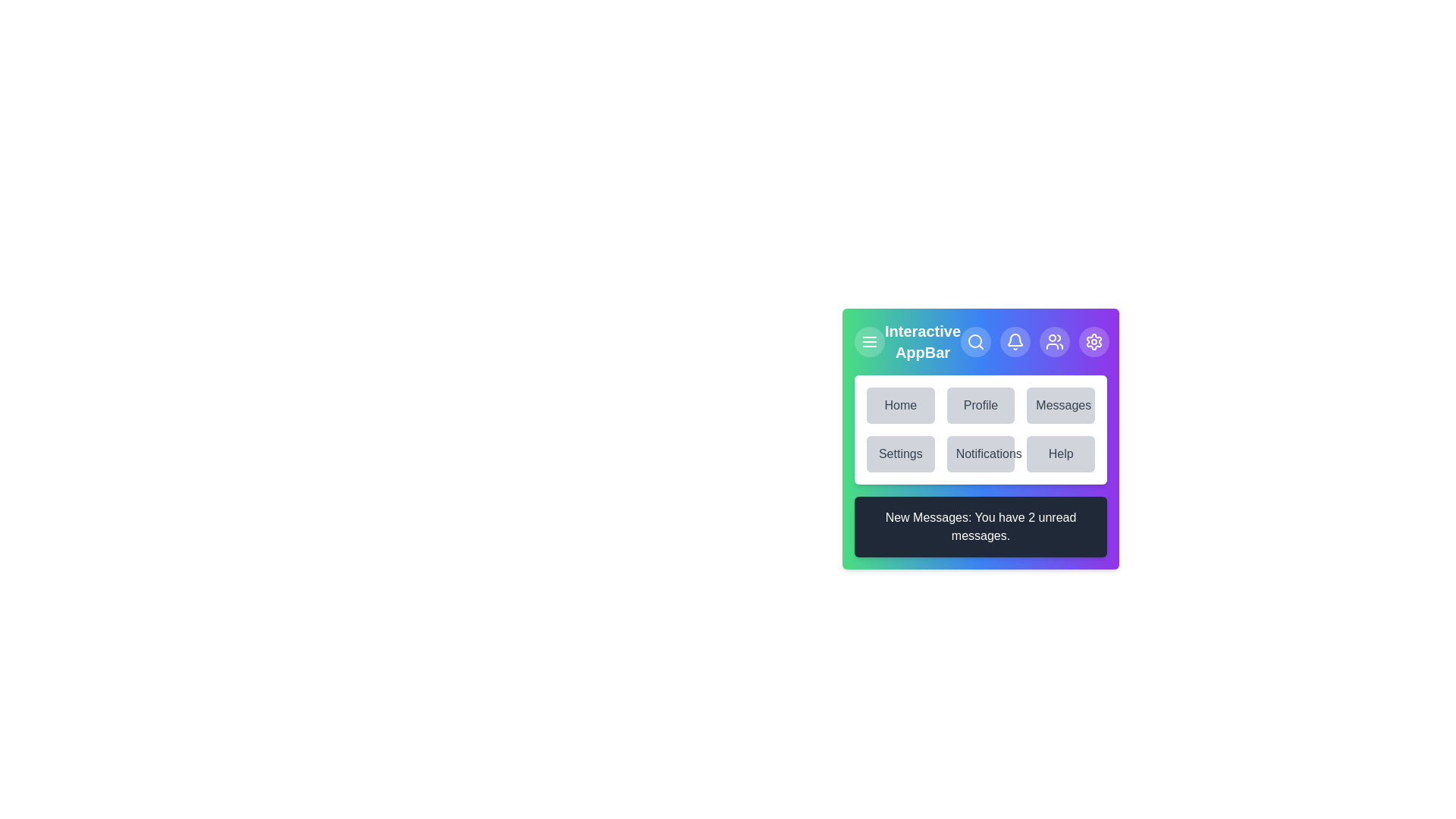 This screenshot has width=1456, height=819. Describe the element at coordinates (1094, 342) in the screenshot. I see `the settings icon to access settings` at that location.